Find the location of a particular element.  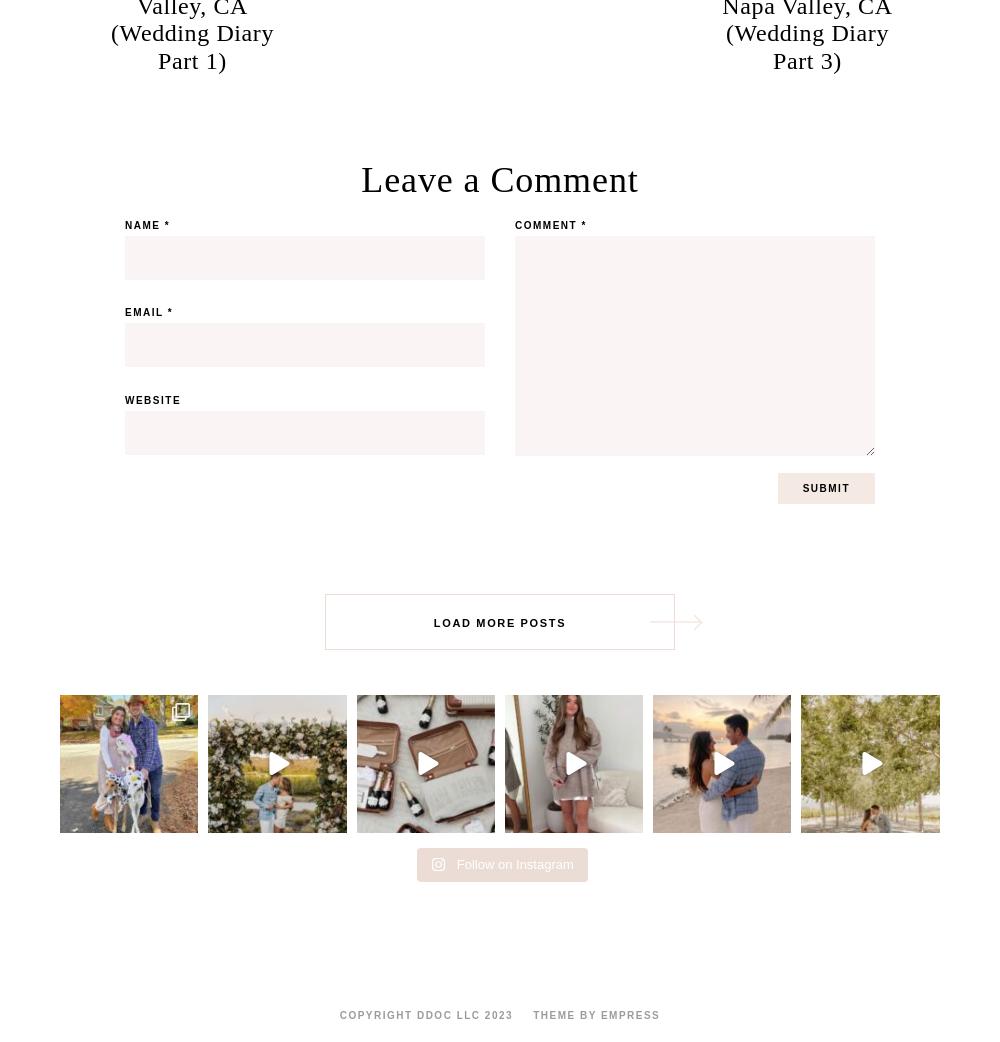

'Email' is located at coordinates (146, 312).